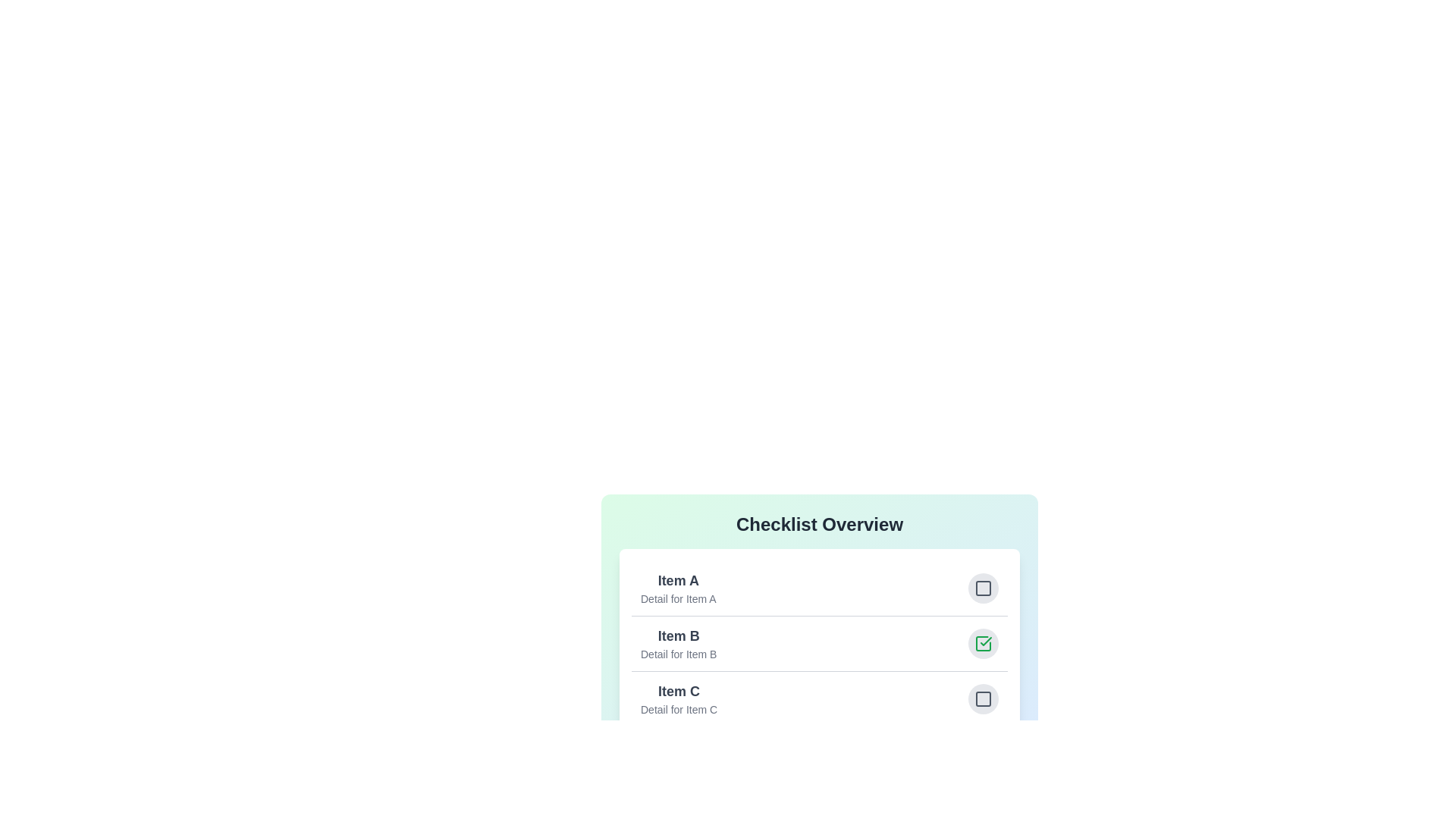 The width and height of the screenshot is (1456, 819). What do you see at coordinates (983, 587) in the screenshot?
I see `the checkbox of the item with name Item A` at bounding box center [983, 587].